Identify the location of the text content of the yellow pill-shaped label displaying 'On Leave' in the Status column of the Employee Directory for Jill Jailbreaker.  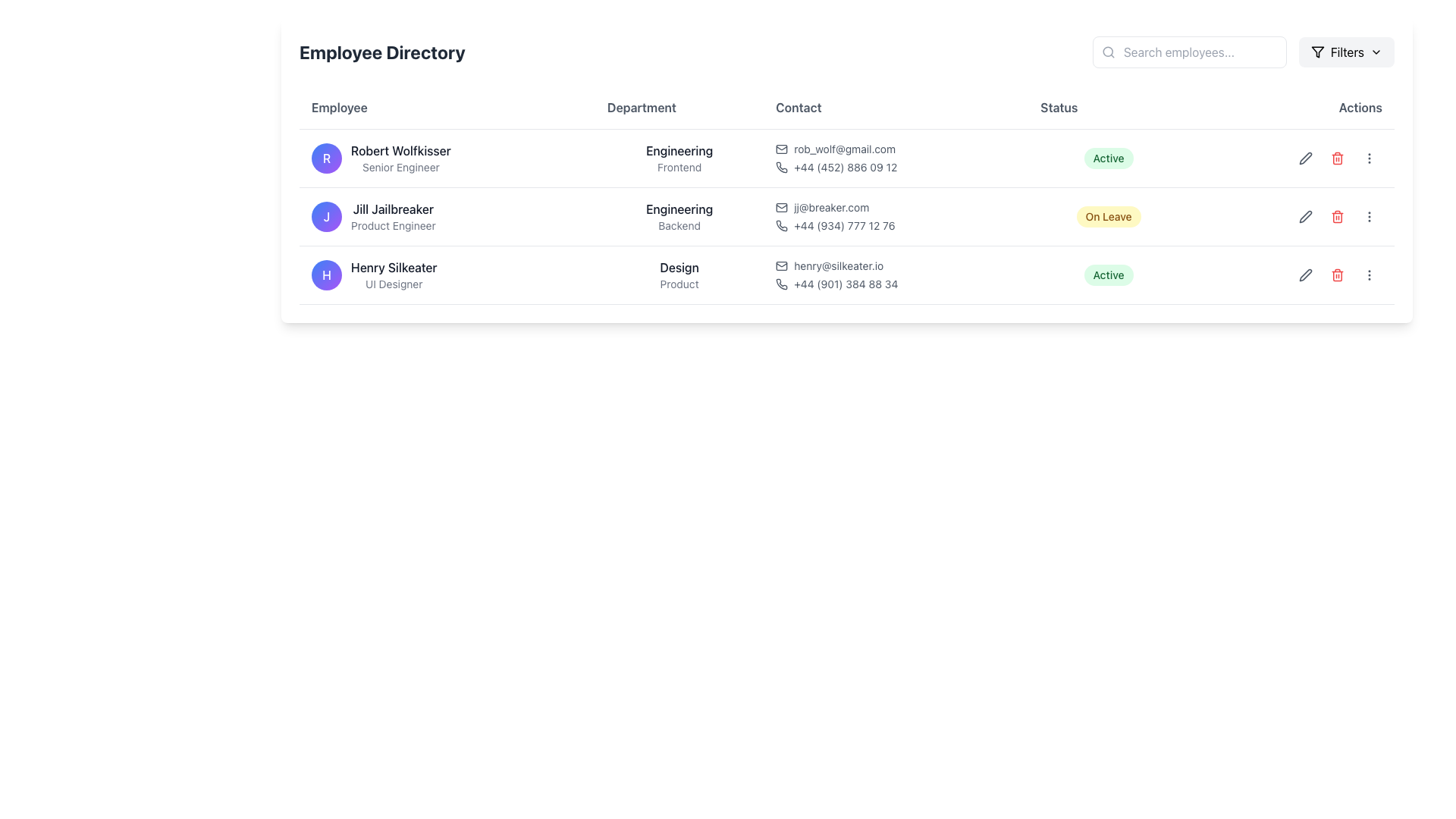
(1109, 216).